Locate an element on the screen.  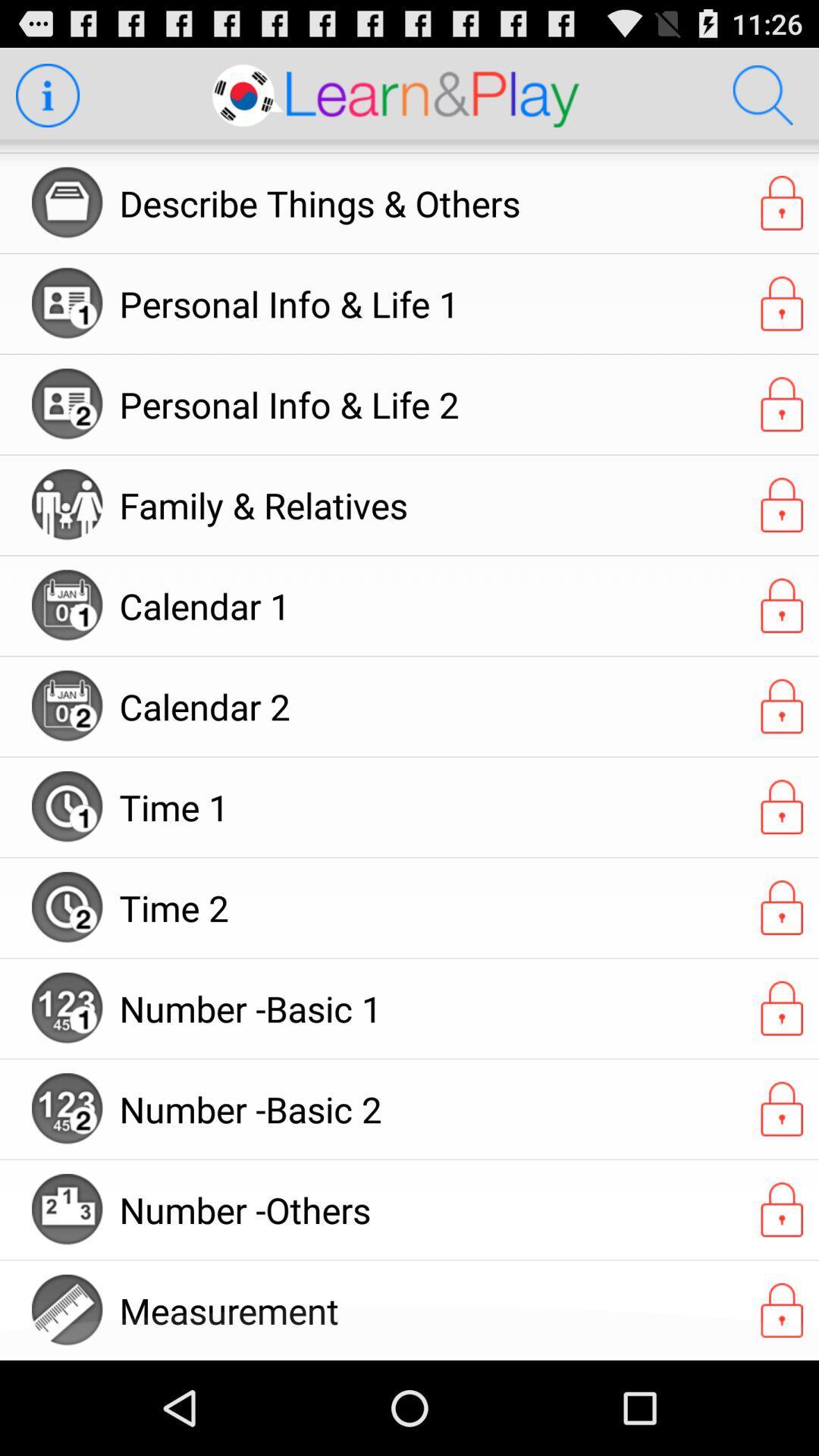
learn more is located at coordinates (46, 94).